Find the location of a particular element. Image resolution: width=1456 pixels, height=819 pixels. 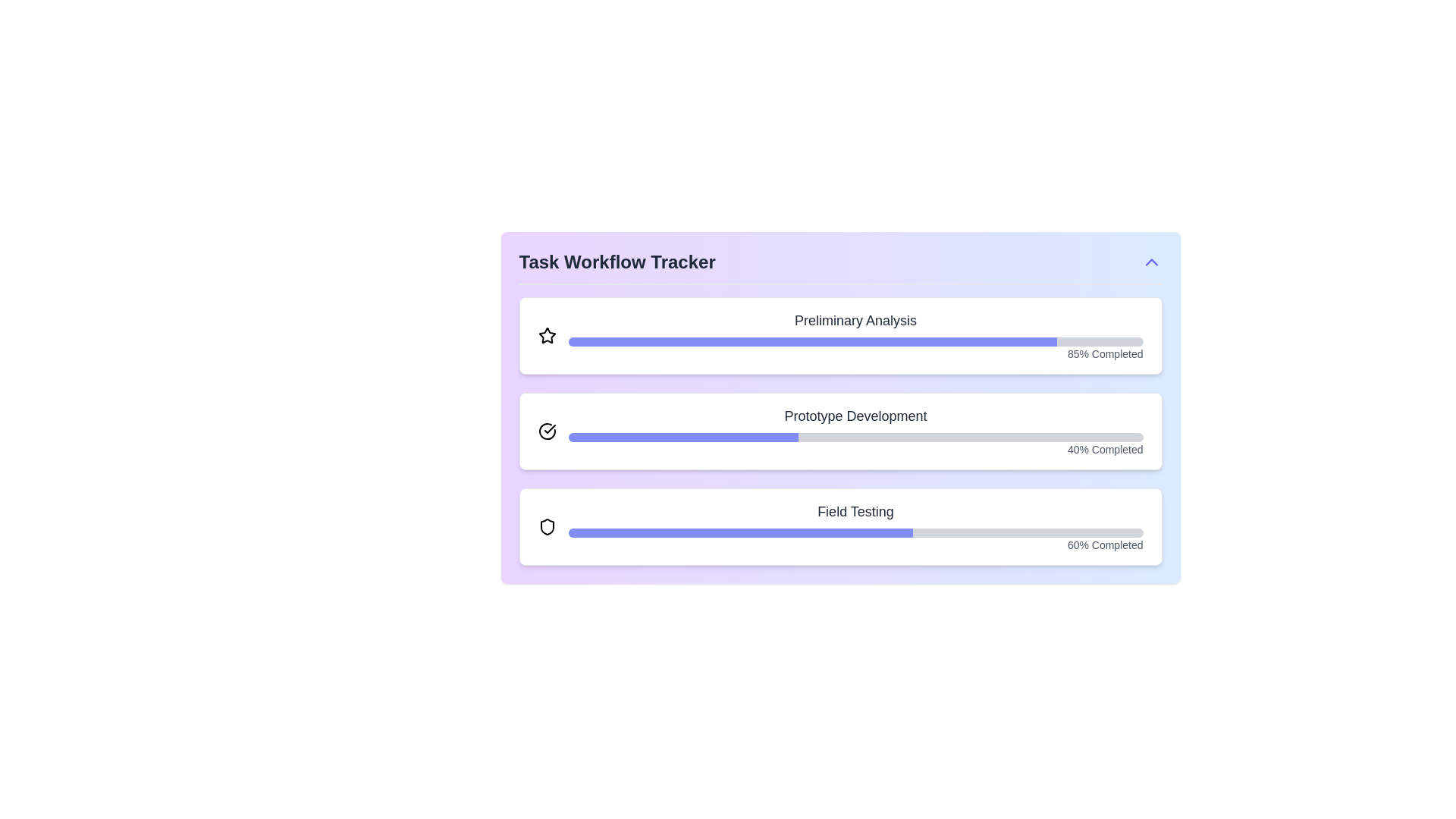

the checkmark icon within the circular outline in the 'Prototype Development' task row of the workflow tracker is located at coordinates (548, 429).